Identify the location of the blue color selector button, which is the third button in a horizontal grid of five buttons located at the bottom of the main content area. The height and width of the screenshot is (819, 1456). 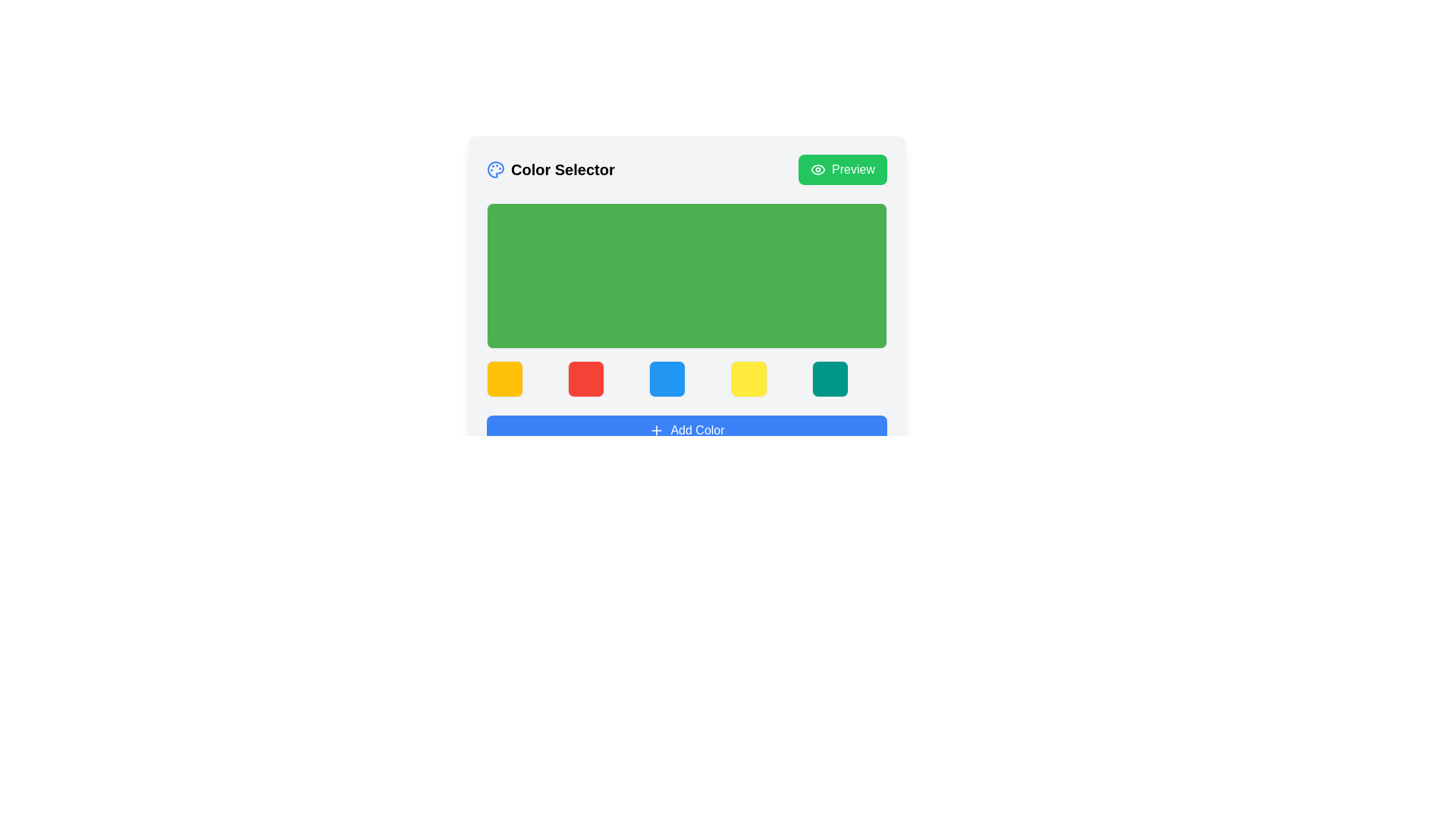
(667, 378).